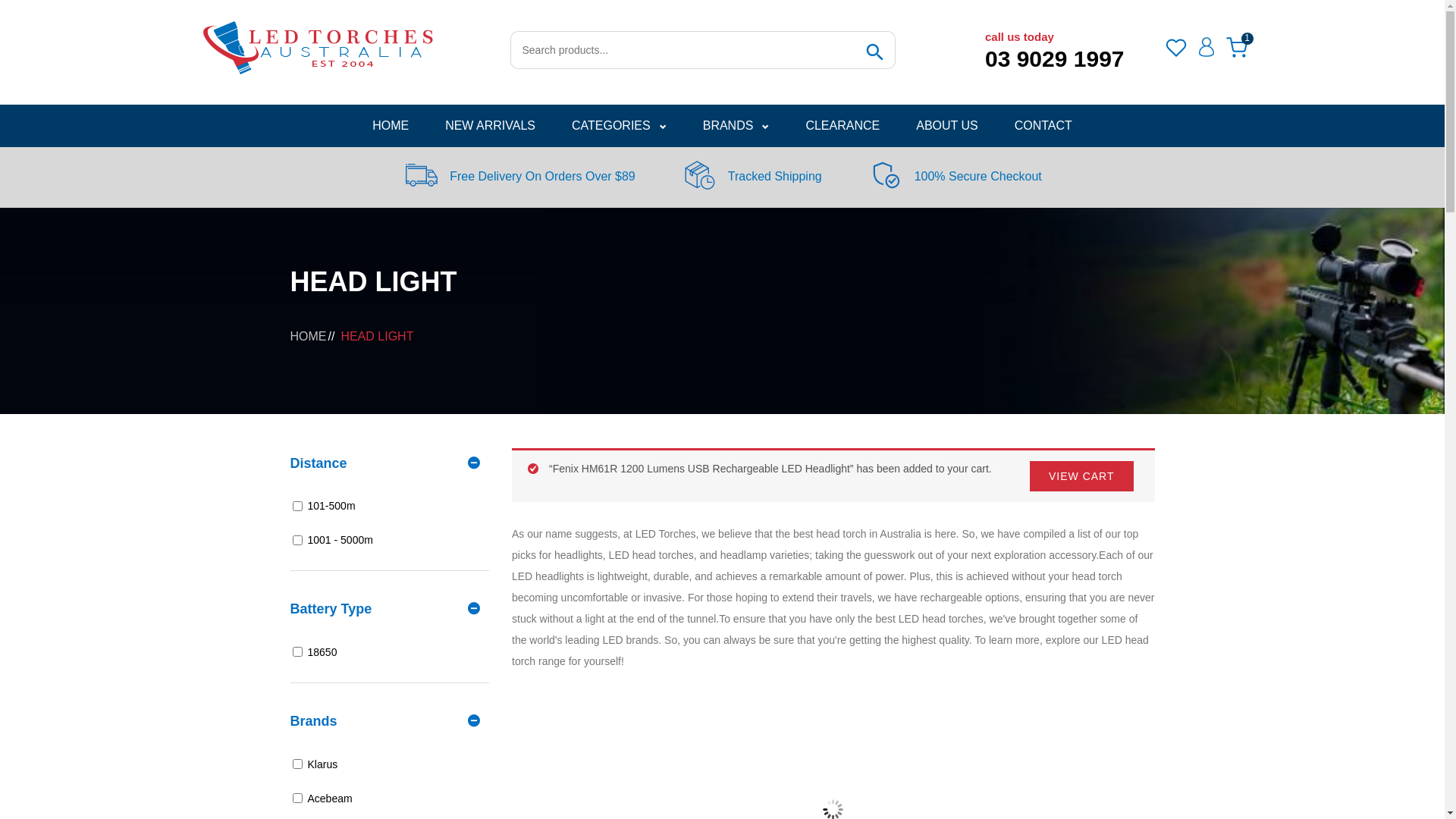 Image resolution: width=1456 pixels, height=819 pixels. Describe the element at coordinates (946, 124) in the screenshot. I see `'ABOUT US'` at that location.